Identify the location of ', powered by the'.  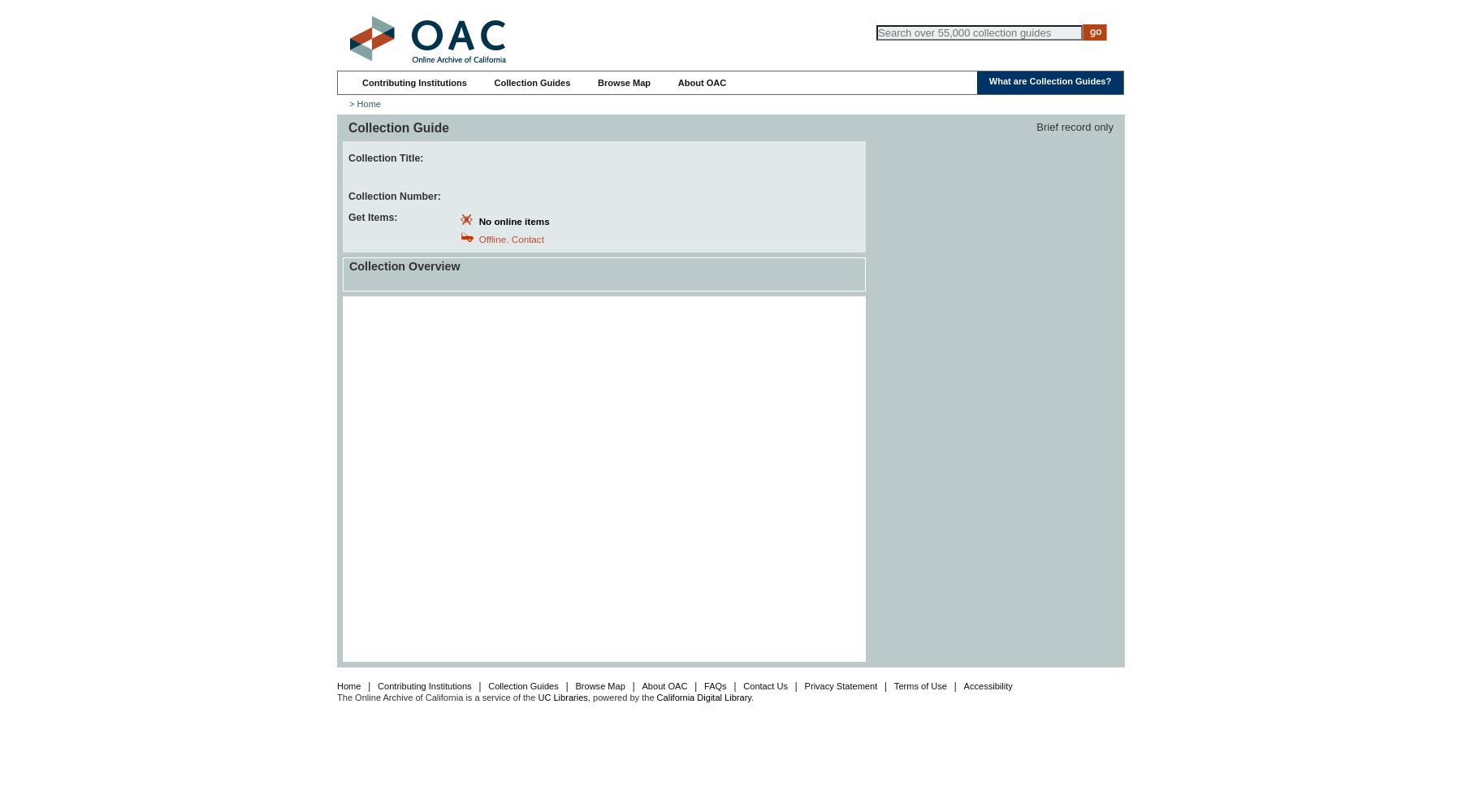
(621, 696).